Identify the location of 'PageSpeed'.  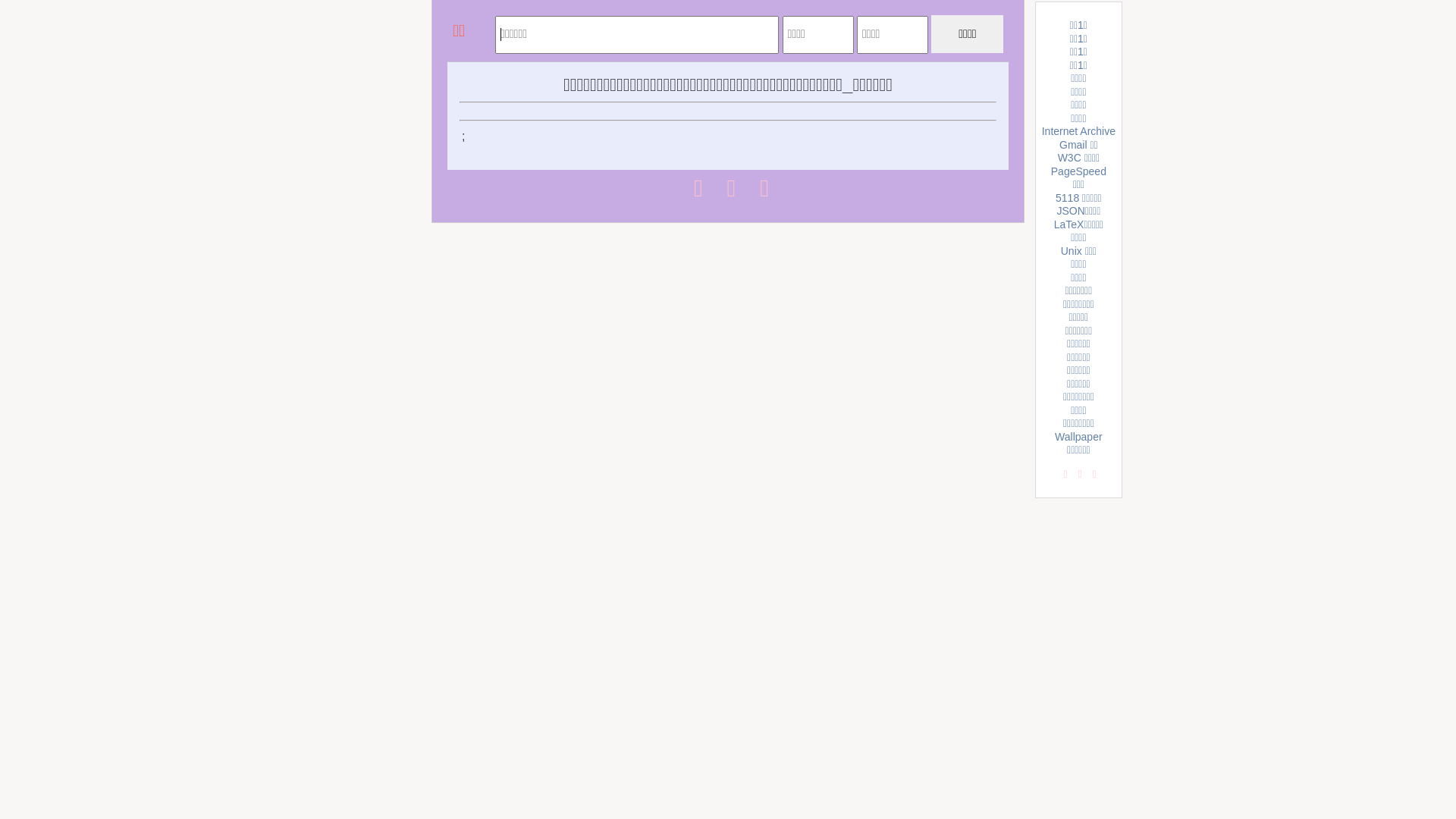
(1078, 171).